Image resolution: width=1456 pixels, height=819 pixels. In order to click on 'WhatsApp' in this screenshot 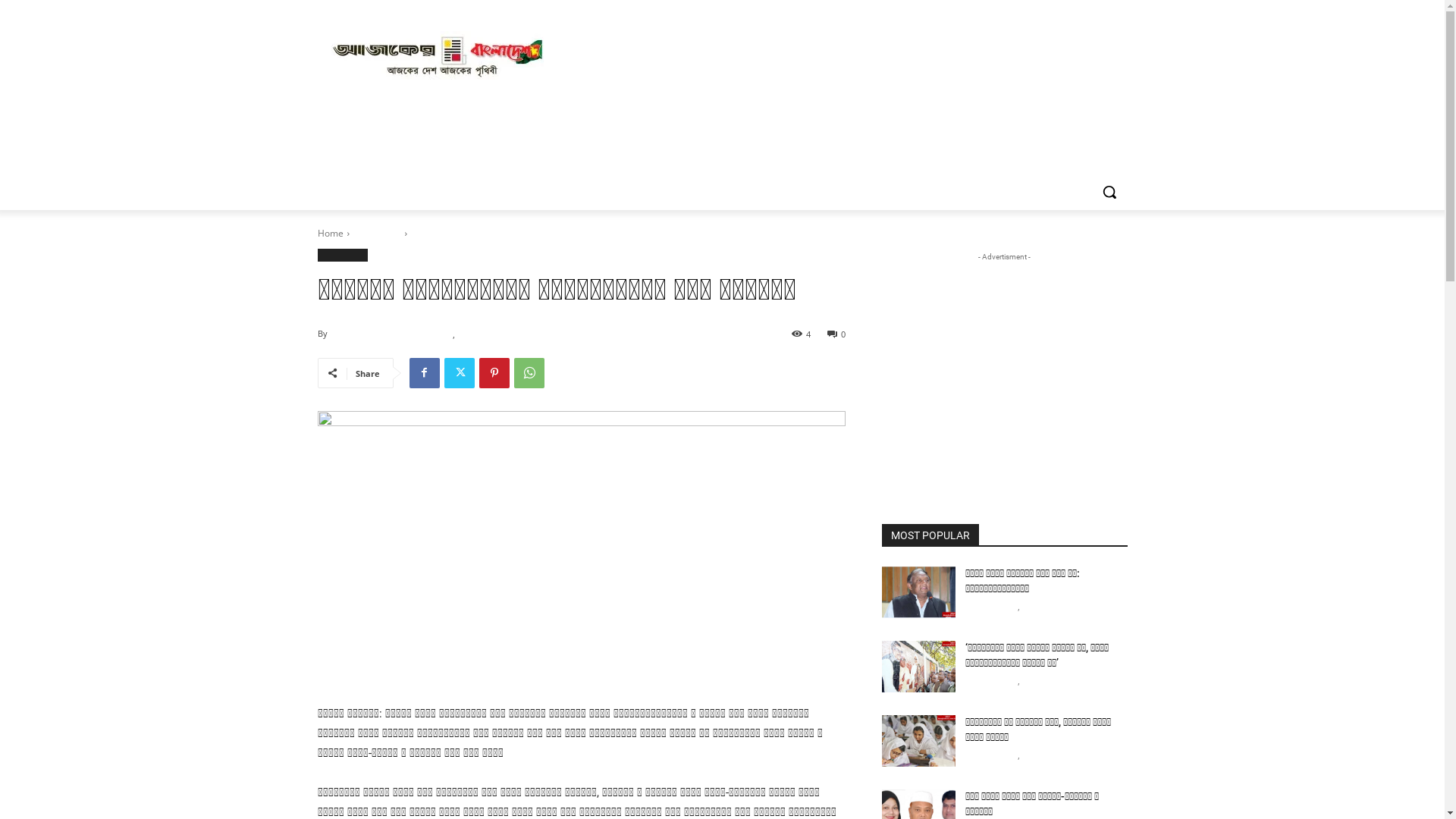, I will do `click(529, 373)`.